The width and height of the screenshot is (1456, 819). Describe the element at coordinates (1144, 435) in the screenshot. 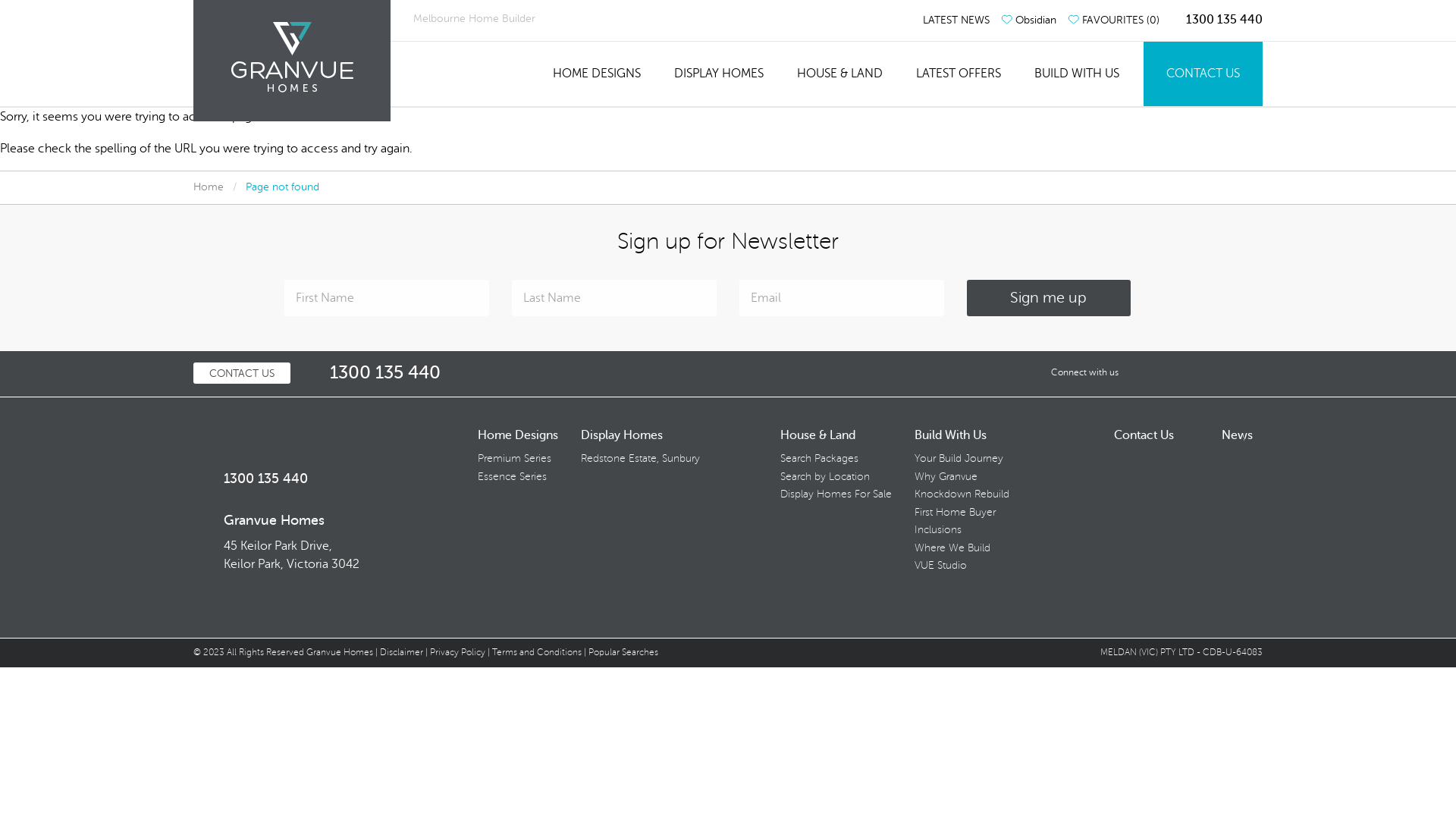

I see `'Contact Us'` at that location.